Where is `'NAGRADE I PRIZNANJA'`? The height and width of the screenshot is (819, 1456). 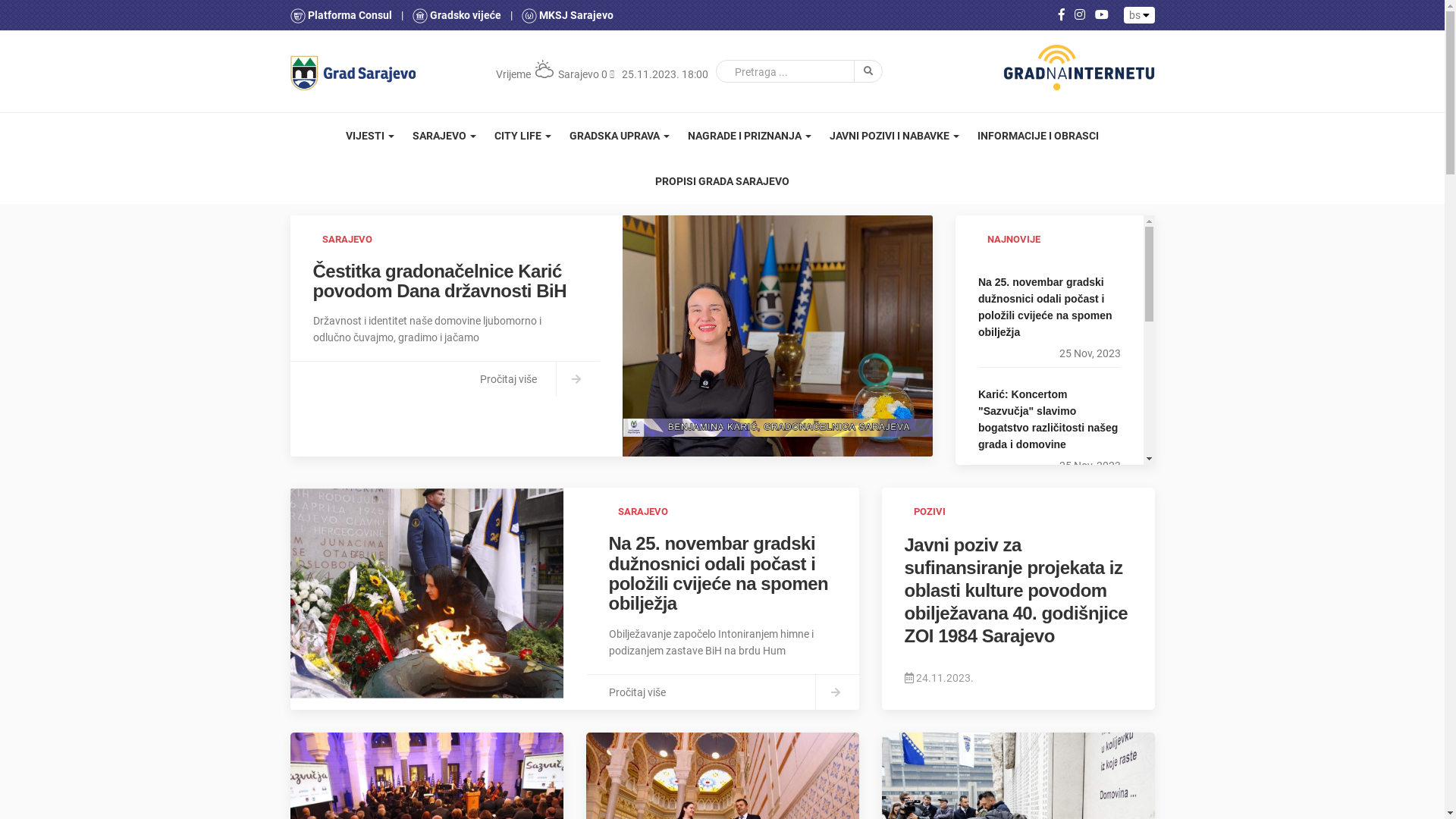 'NAGRADE I PRIZNANJA' is located at coordinates (749, 134).